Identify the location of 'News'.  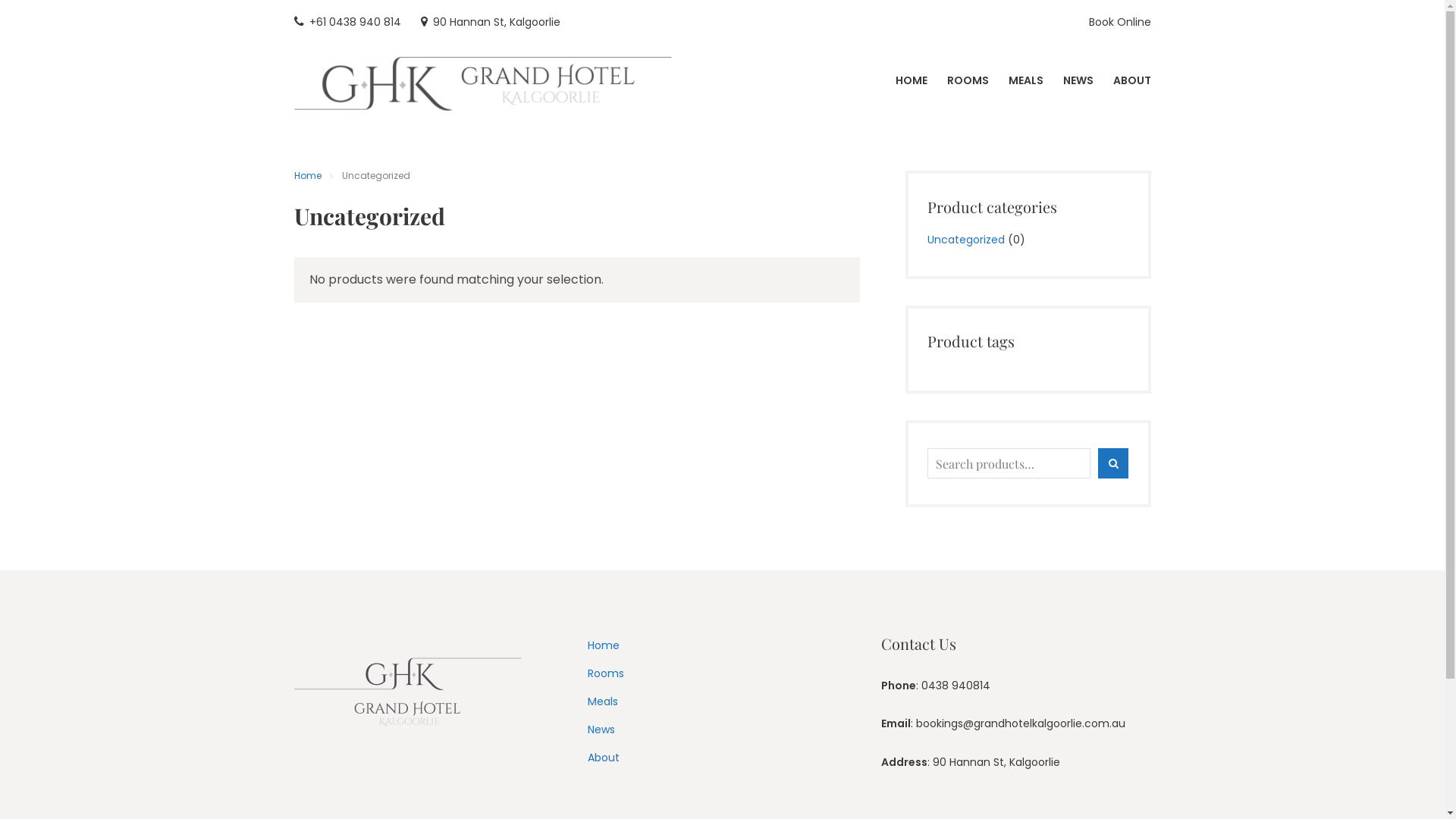
(600, 728).